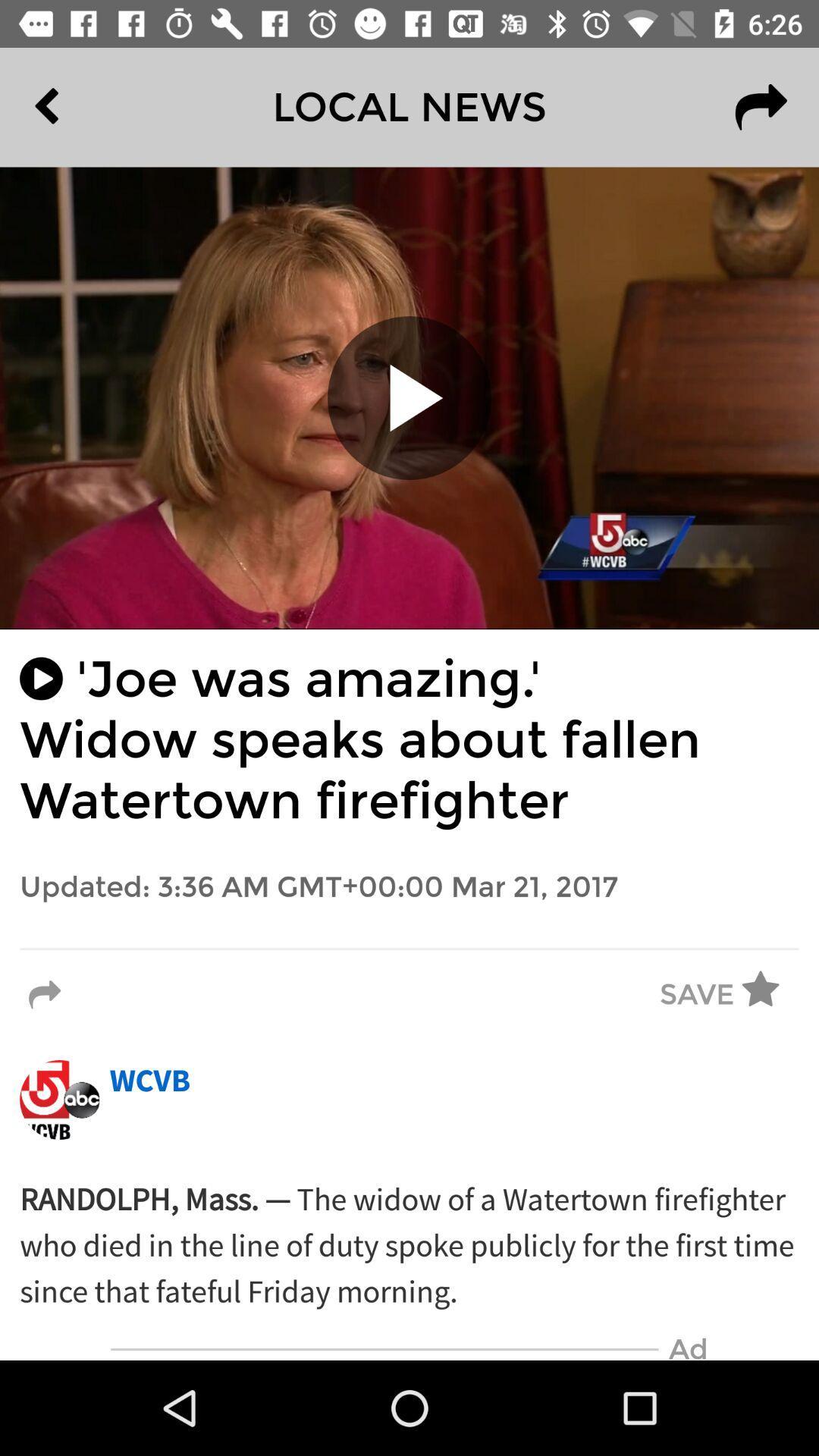 The height and width of the screenshot is (1456, 819). I want to click on the item to the left of save item, so click(44, 995).